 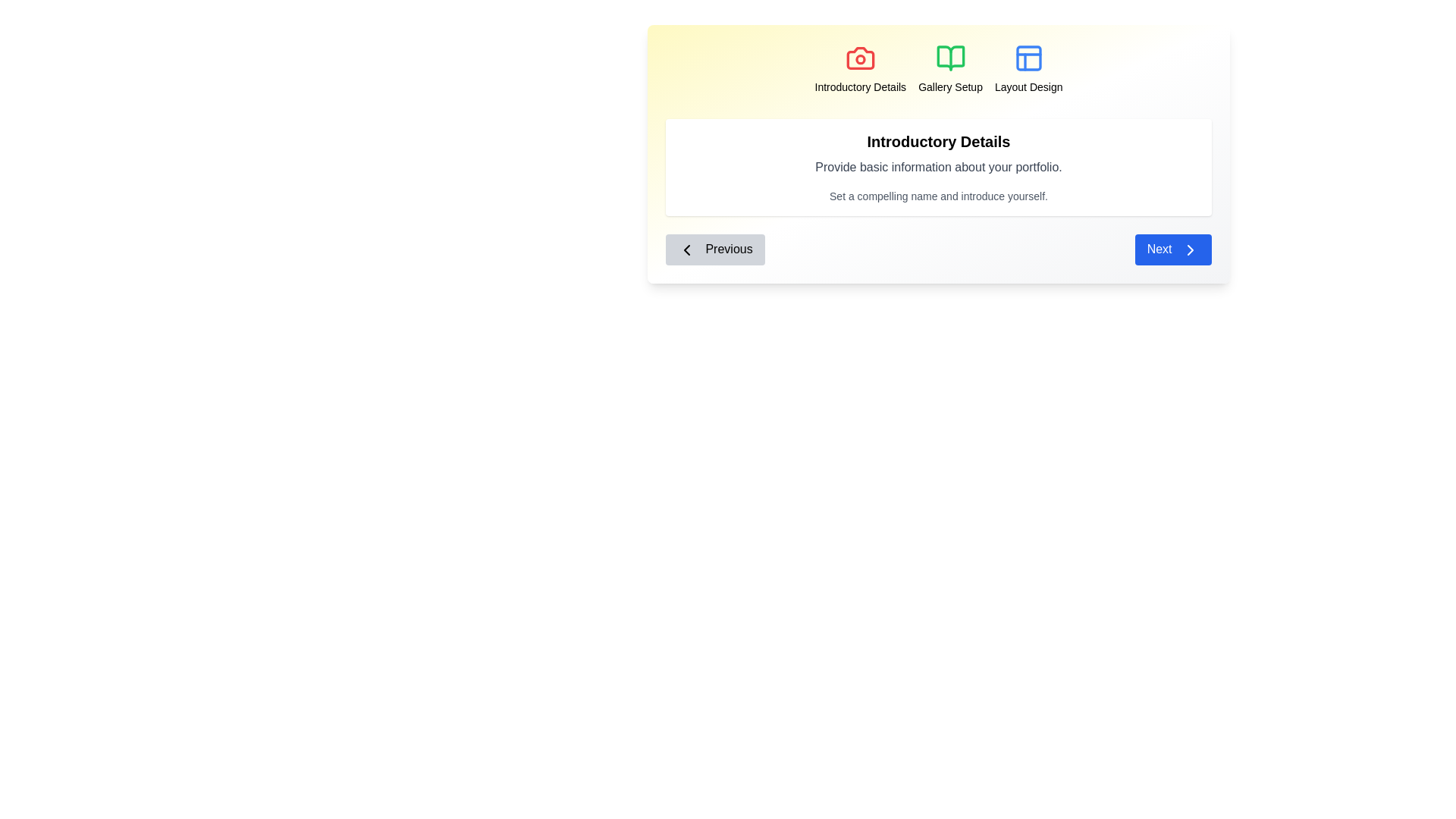 I want to click on the 'Introductory Details' text label, which is located directly below the red camera icon in the structured navigation UI, so click(x=860, y=87).